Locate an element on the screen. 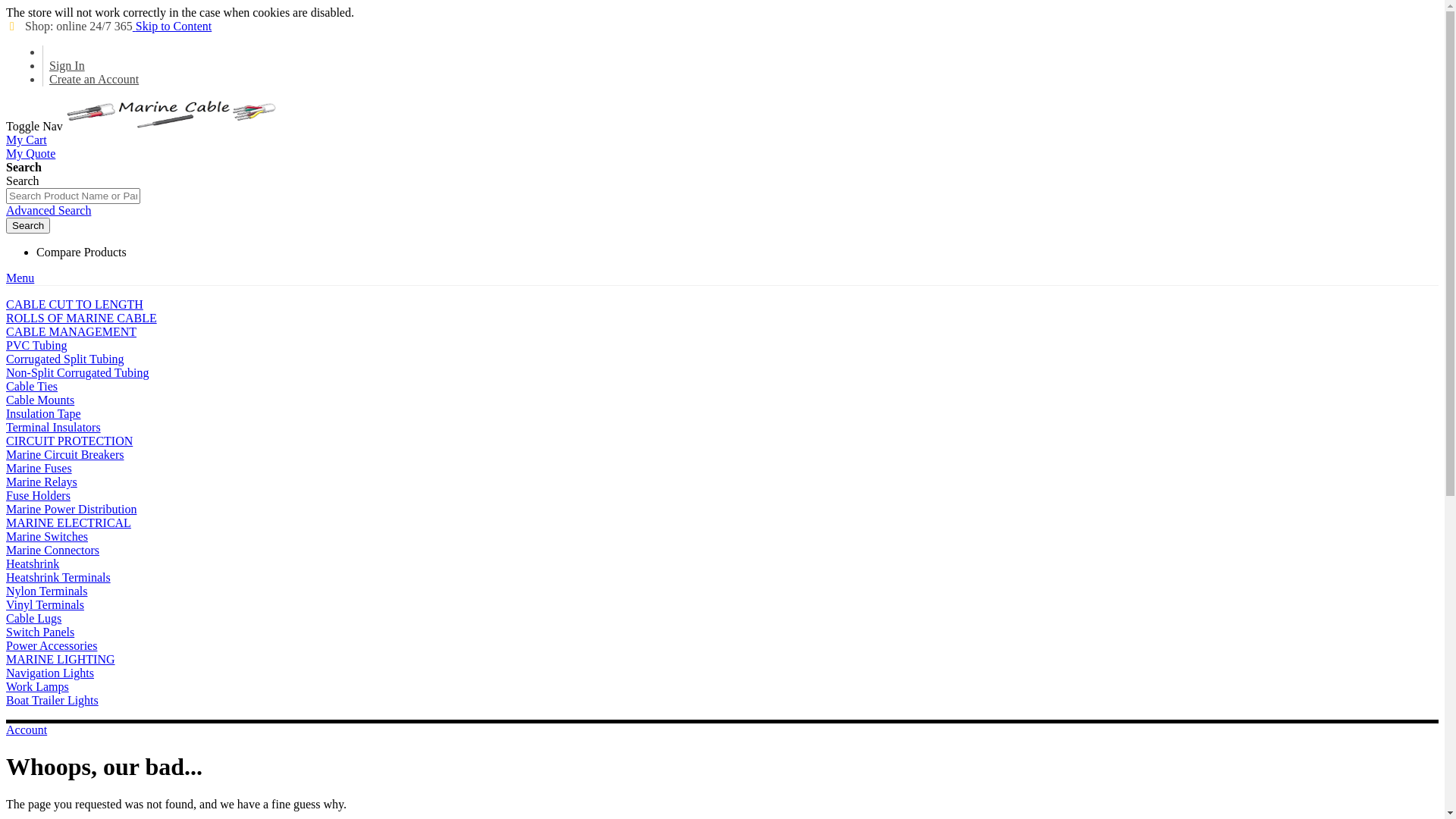 The width and height of the screenshot is (1456, 819). 'Non-Split Corrugated Tubing' is located at coordinates (76, 372).